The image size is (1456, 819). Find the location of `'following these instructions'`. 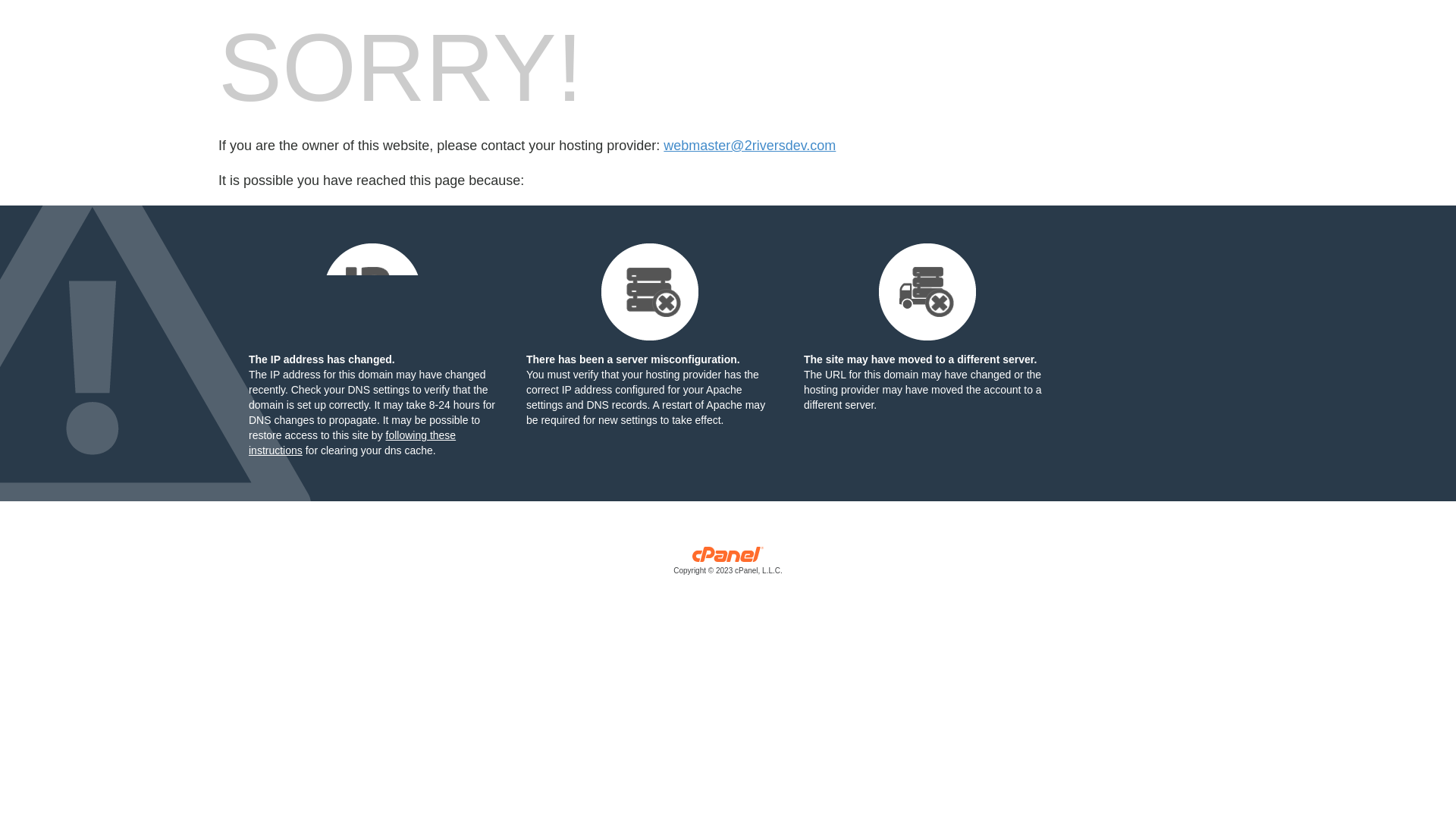

'following these instructions' is located at coordinates (351, 442).